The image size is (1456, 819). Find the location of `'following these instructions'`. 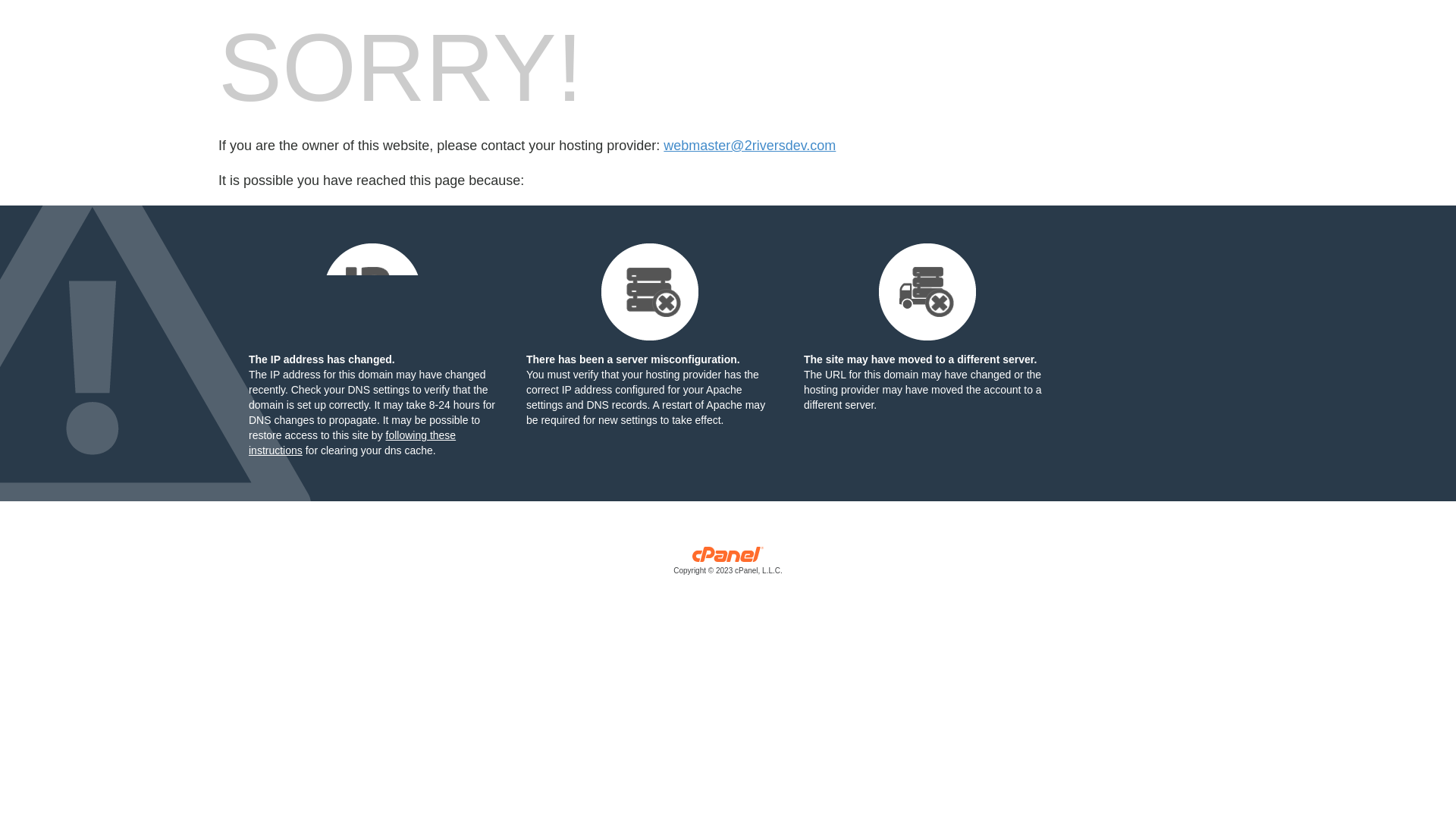

'following these instructions' is located at coordinates (351, 442).